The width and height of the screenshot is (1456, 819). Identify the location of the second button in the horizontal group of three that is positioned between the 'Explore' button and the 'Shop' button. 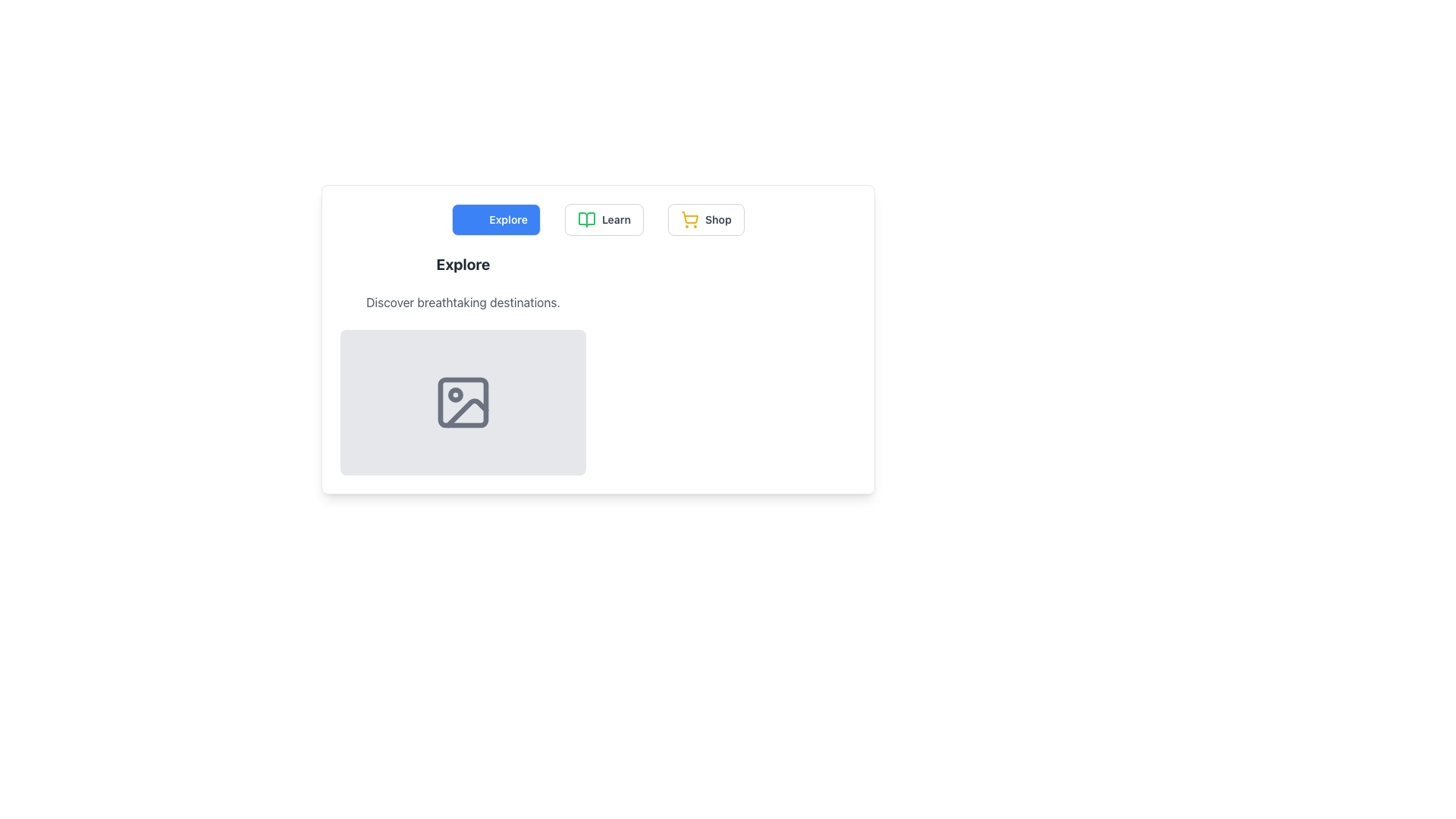
(603, 219).